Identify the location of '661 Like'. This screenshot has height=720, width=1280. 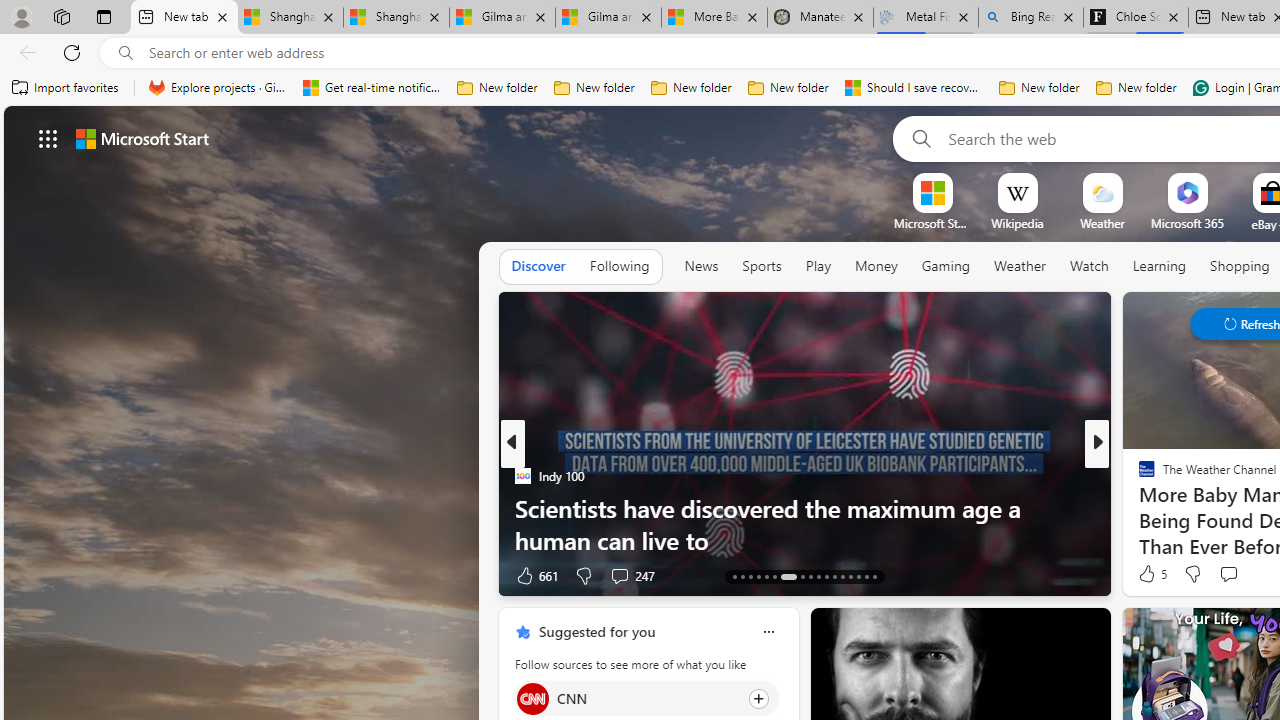
(535, 575).